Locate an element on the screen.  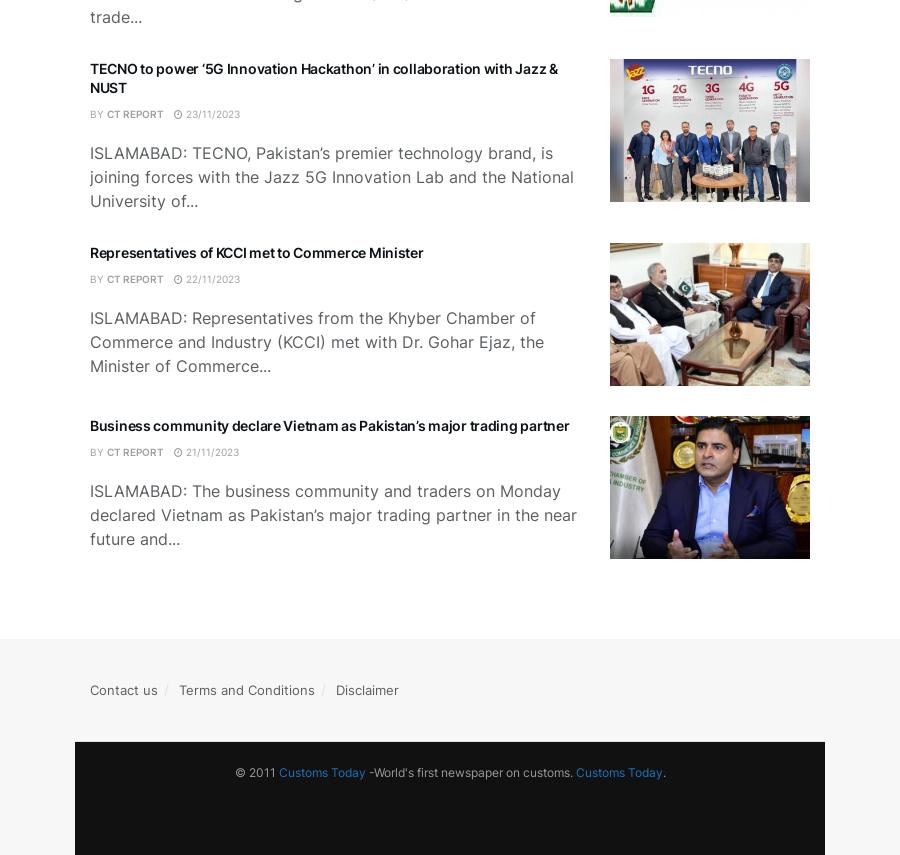
'Contact us' is located at coordinates (124, 689).